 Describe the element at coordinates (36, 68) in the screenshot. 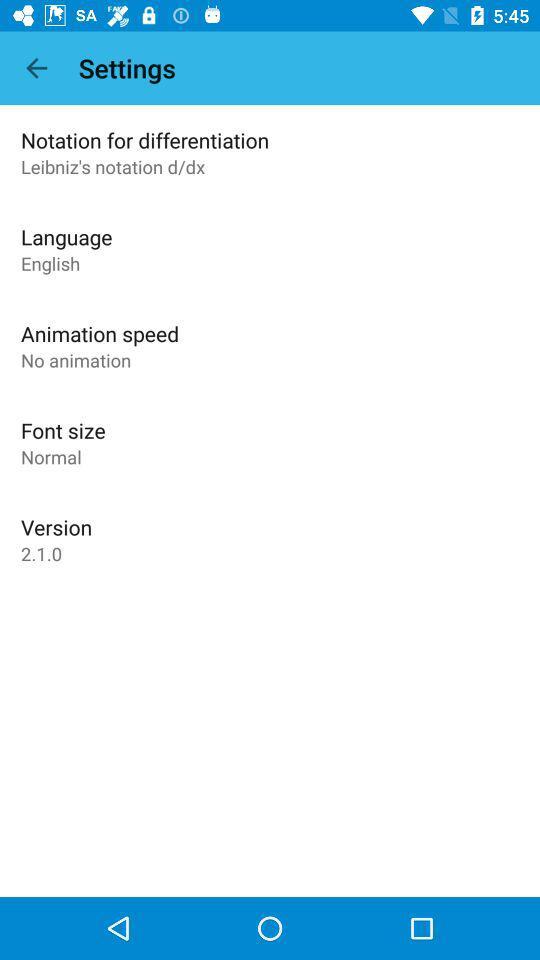

I see `exit settings screen` at that location.